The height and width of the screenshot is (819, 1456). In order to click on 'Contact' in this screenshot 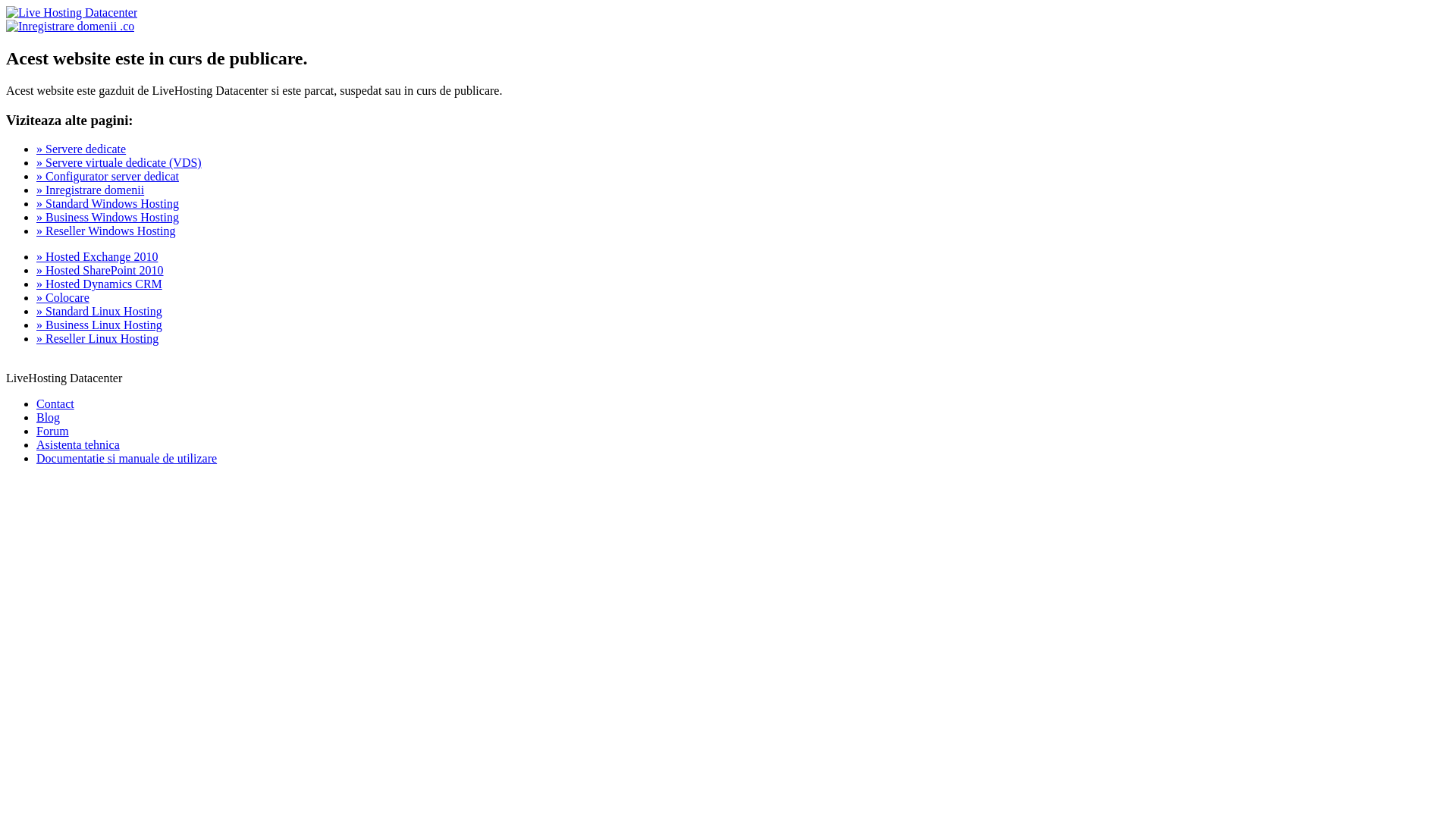, I will do `click(55, 403)`.